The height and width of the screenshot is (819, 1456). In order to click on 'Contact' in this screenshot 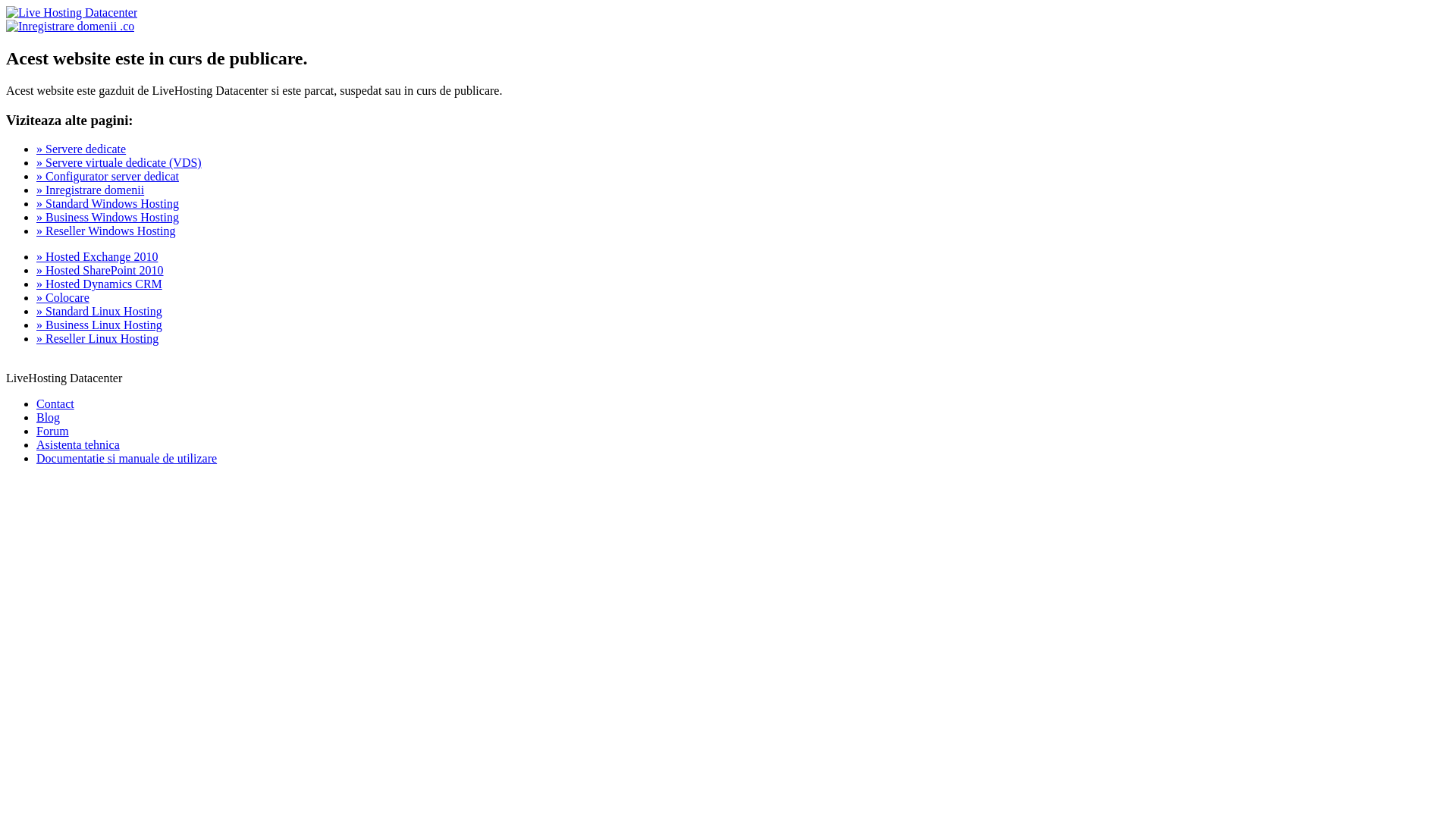, I will do `click(55, 403)`.